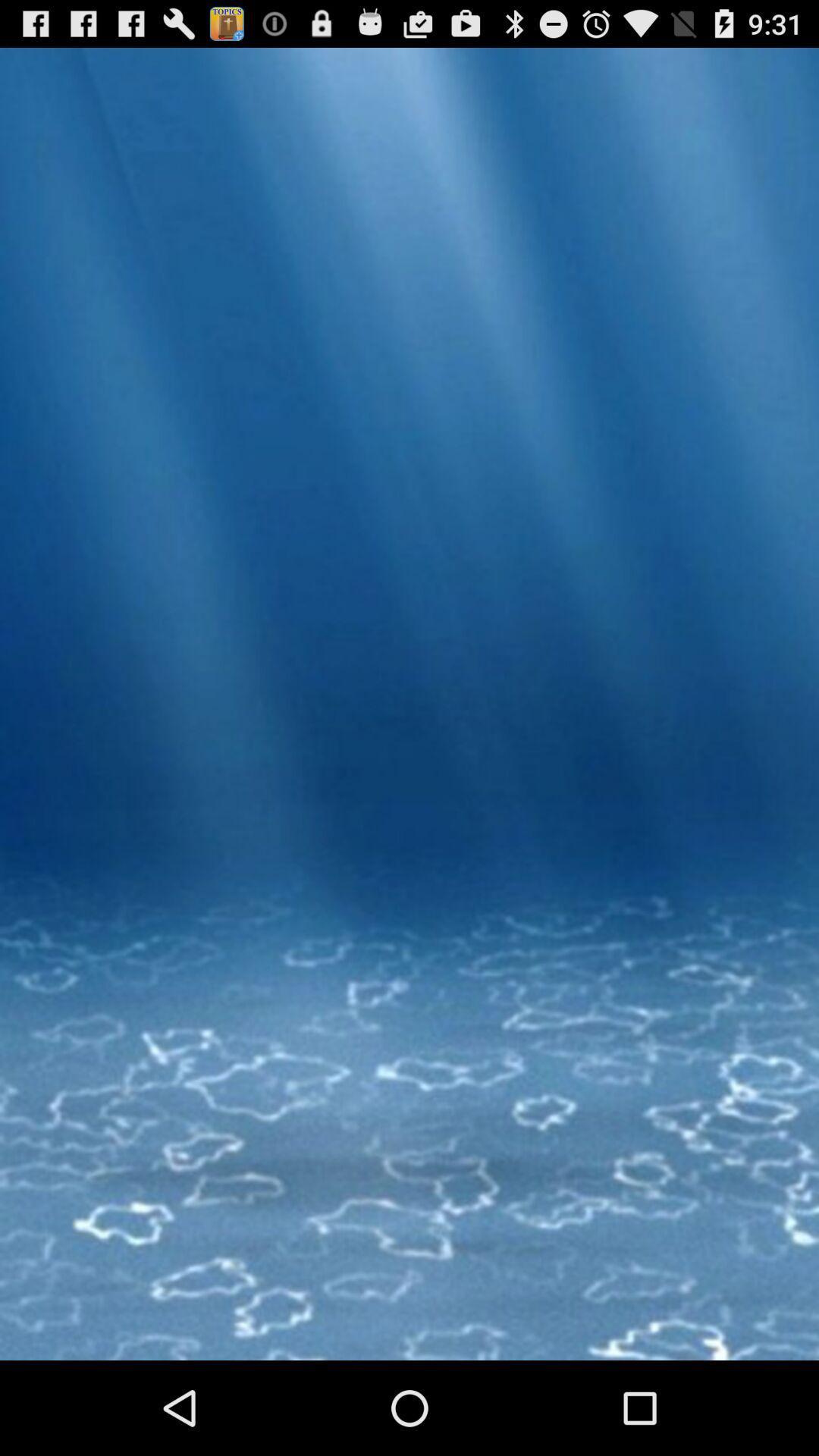  What do you see at coordinates (409, 764) in the screenshot?
I see `wallpaper mobile` at bounding box center [409, 764].